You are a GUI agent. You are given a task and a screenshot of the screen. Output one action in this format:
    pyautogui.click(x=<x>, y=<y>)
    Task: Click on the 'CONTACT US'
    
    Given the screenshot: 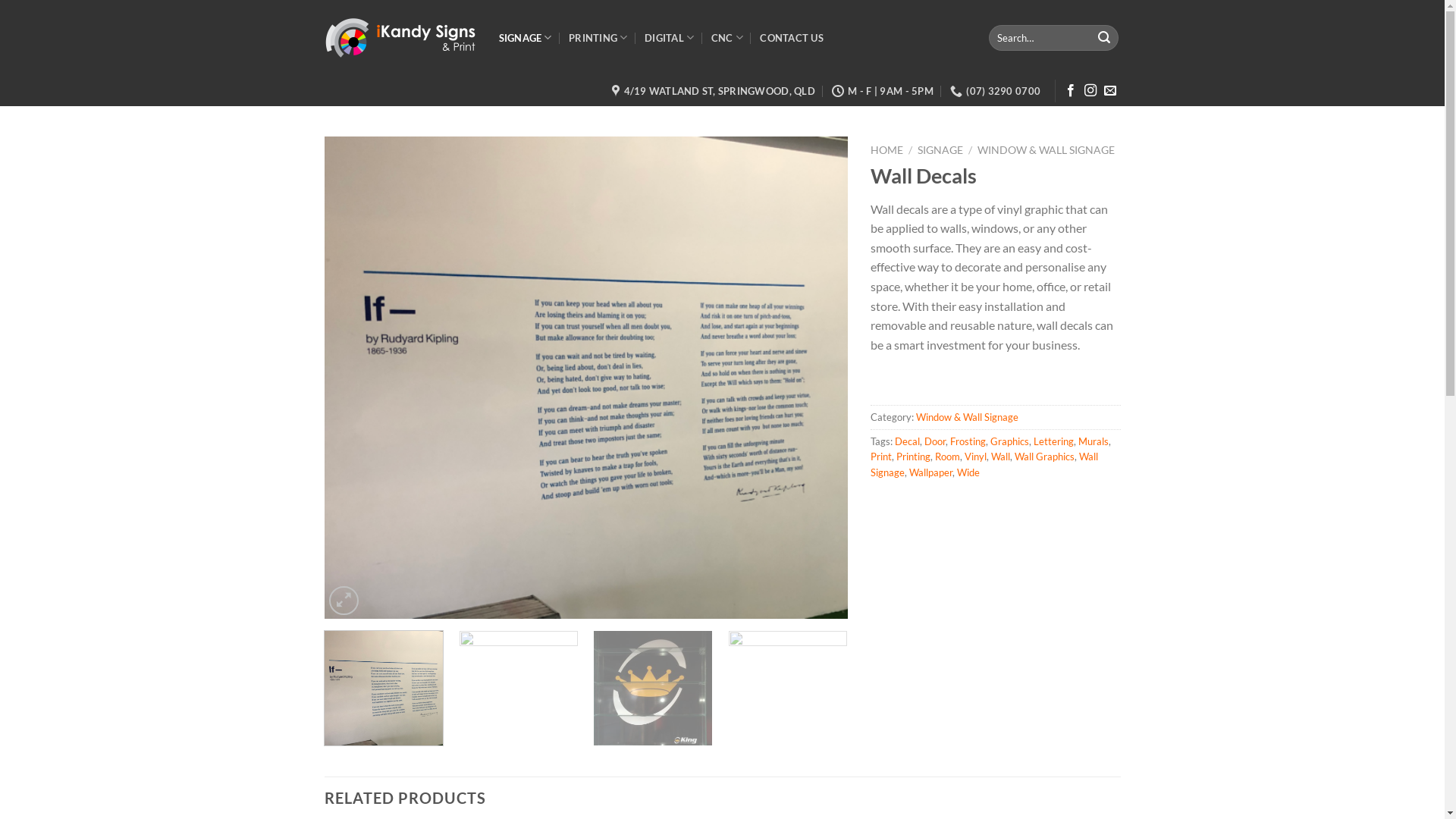 What is the action you would take?
    pyautogui.click(x=790, y=37)
    